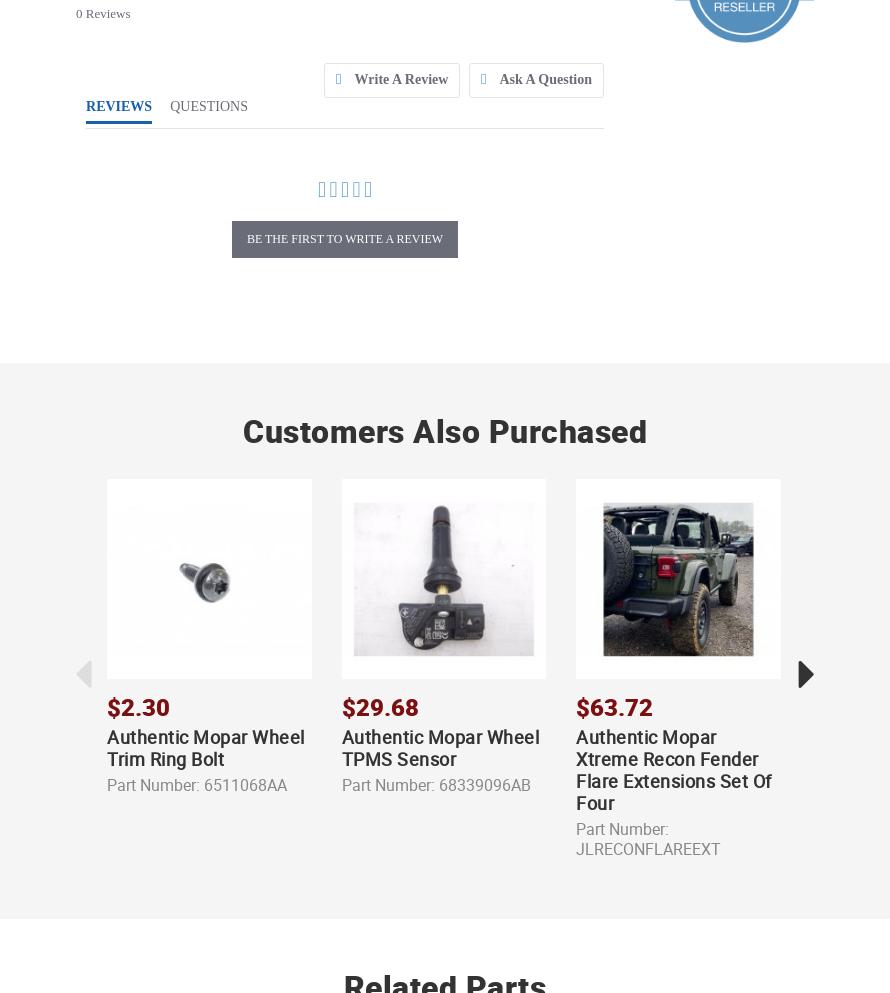 This screenshot has height=993, width=890. Describe the element at coordinates (205, 748) in the screenshot. I see `'Authentic Mopar Wheel Trim Ring Bolt'` at that location.